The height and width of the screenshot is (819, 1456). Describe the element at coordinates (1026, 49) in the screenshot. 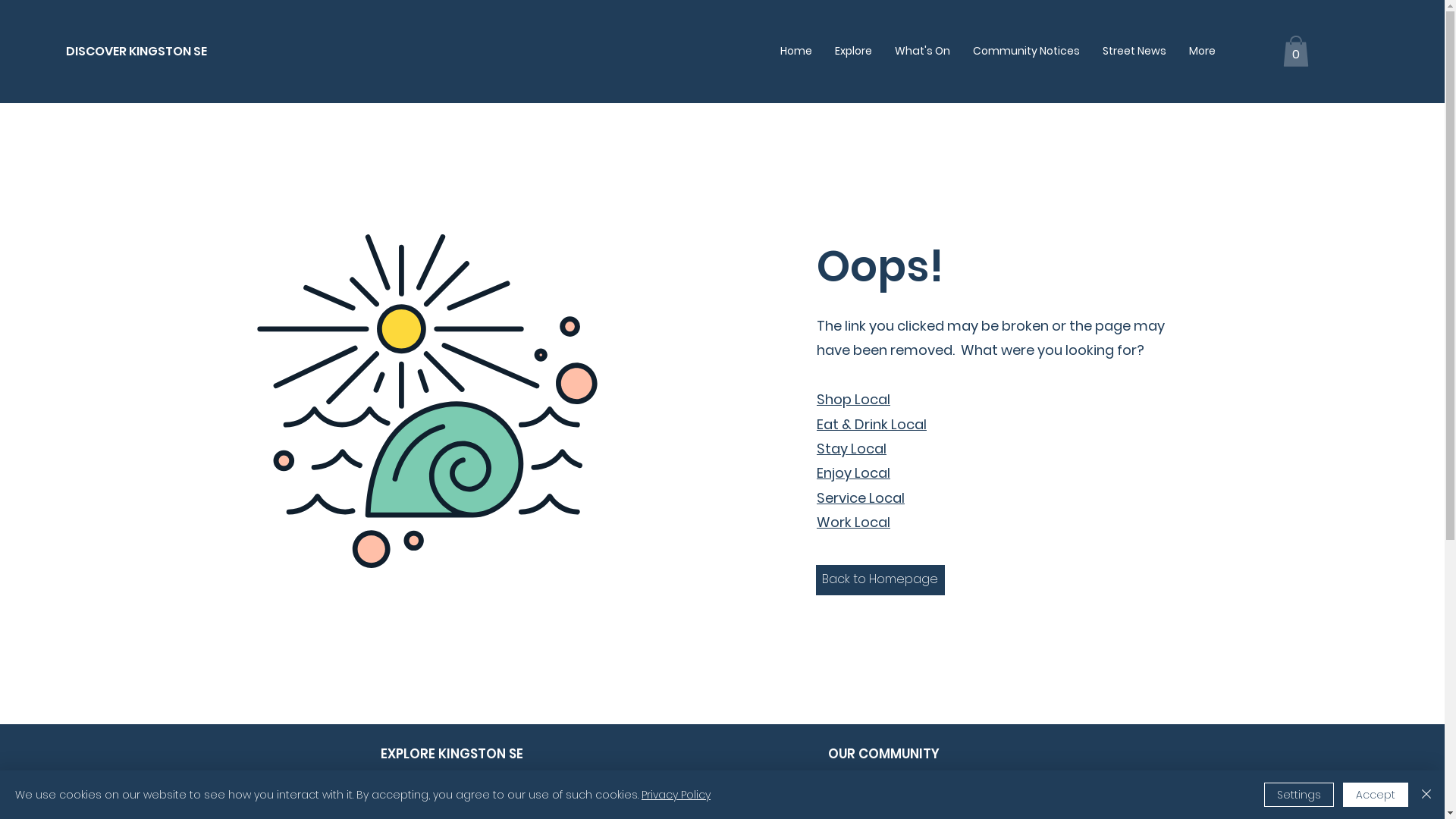

I see `'Community Notices'` at that location.